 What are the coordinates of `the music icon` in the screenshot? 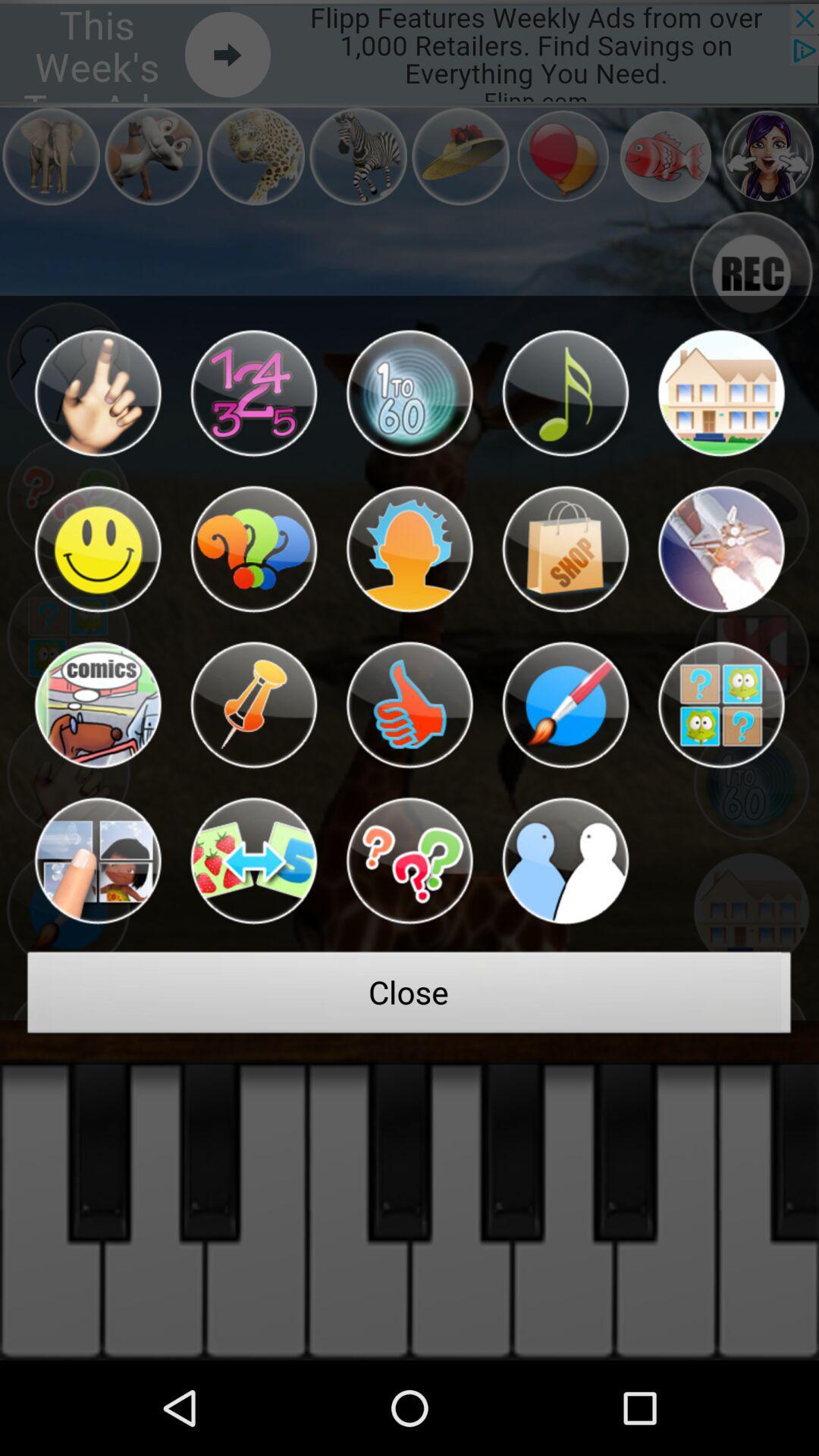 It's located at (565, 421).